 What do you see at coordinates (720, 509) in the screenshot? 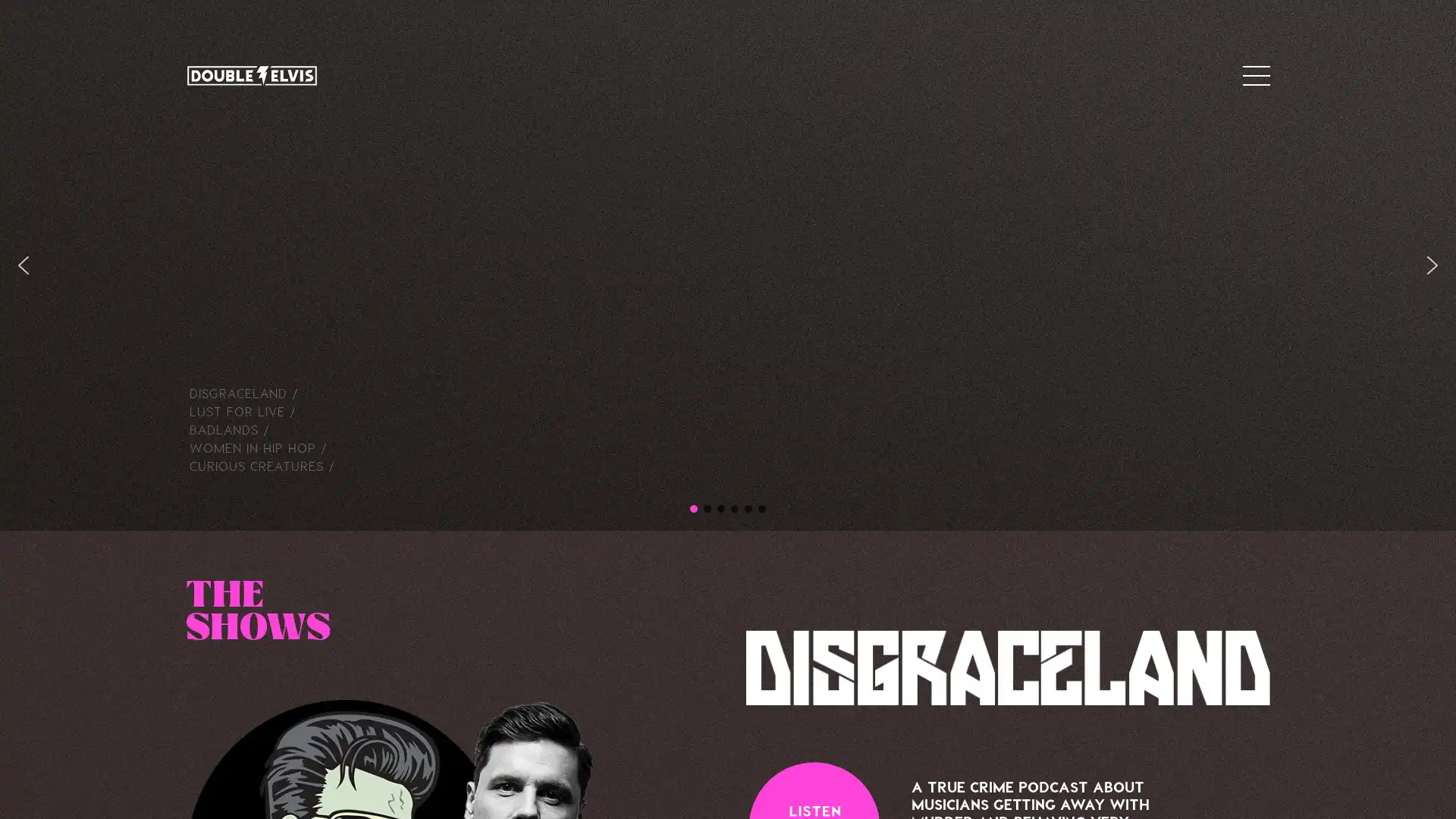
I see `Lust for Live hero` at bounding box center [720, 509].